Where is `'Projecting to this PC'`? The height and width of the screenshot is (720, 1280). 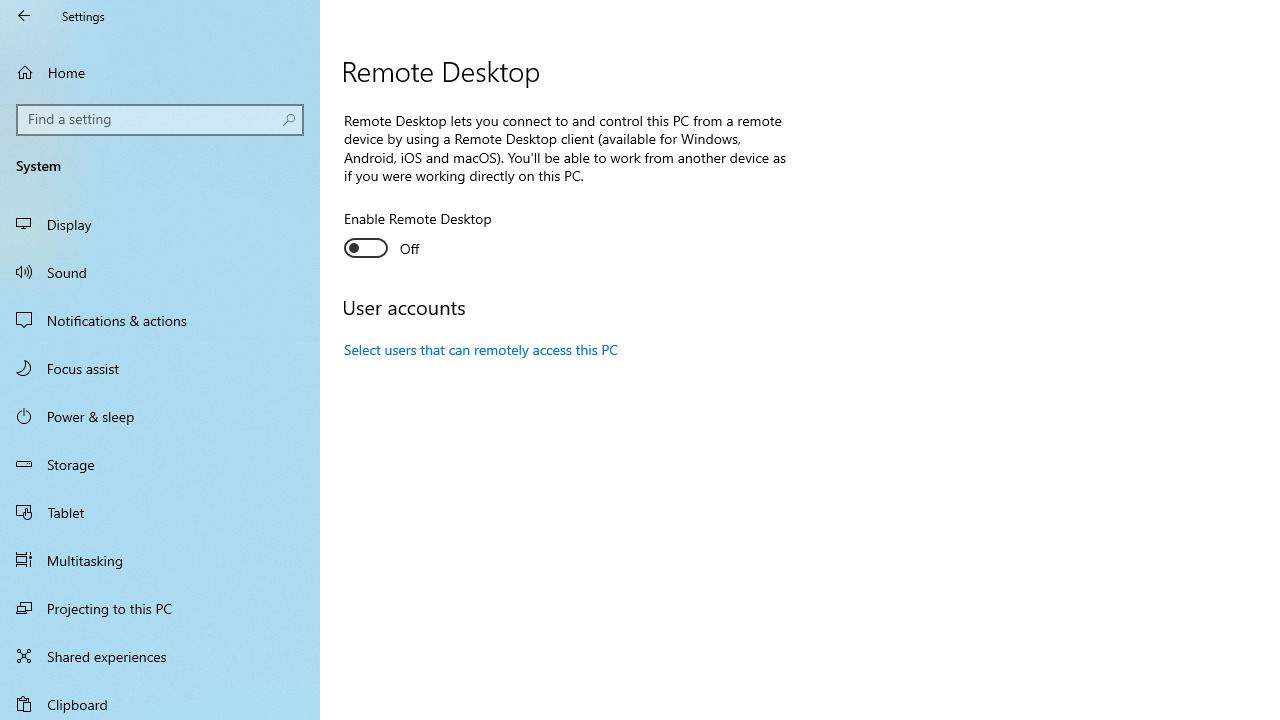
'Projecting to this PC' is located at coordinates (160, 607).